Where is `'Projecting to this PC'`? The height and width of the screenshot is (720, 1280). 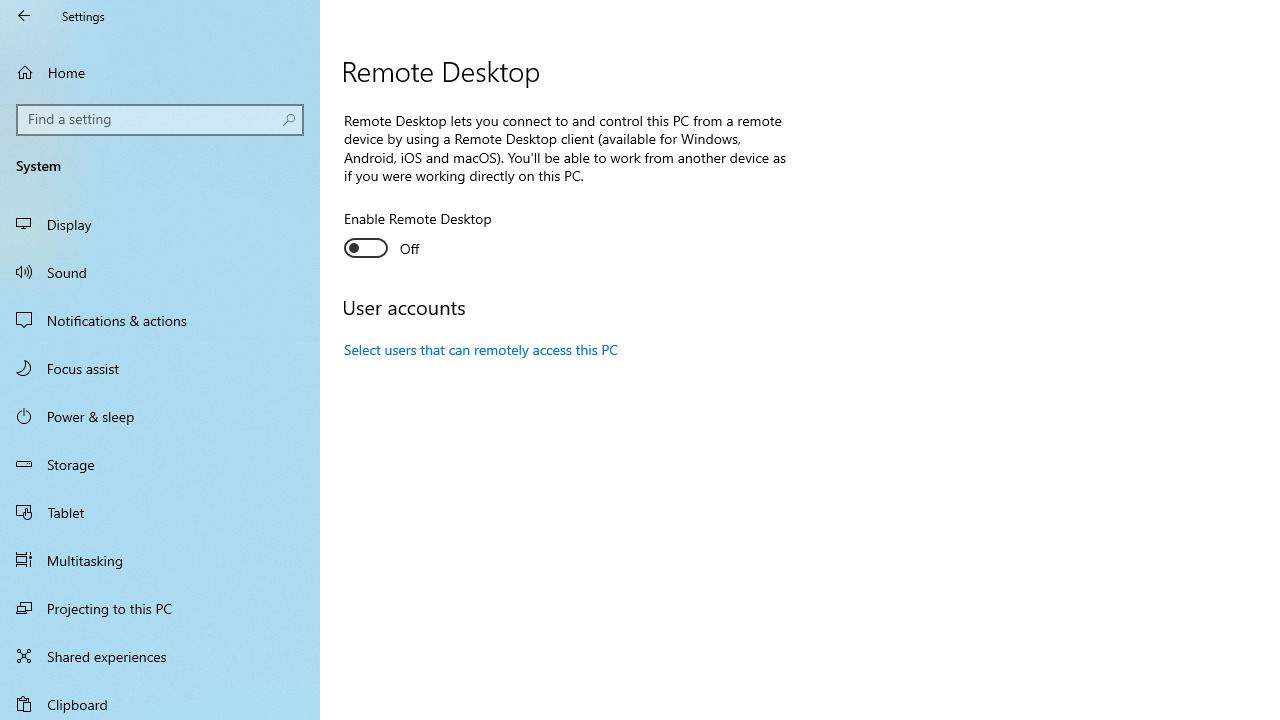
'Projecting to this PC' is located at coordinates (160, 607).